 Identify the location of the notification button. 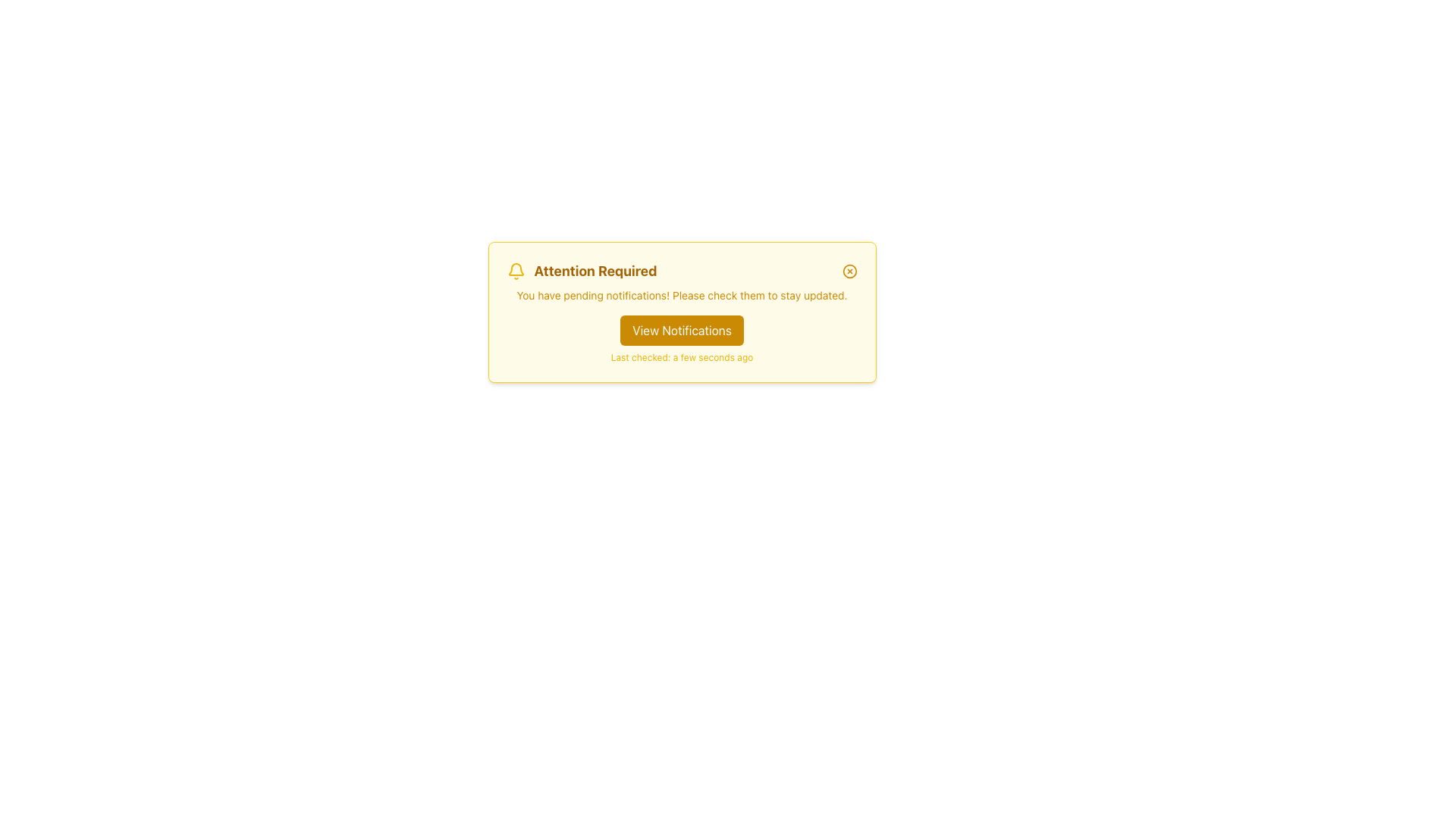
(681, 329).